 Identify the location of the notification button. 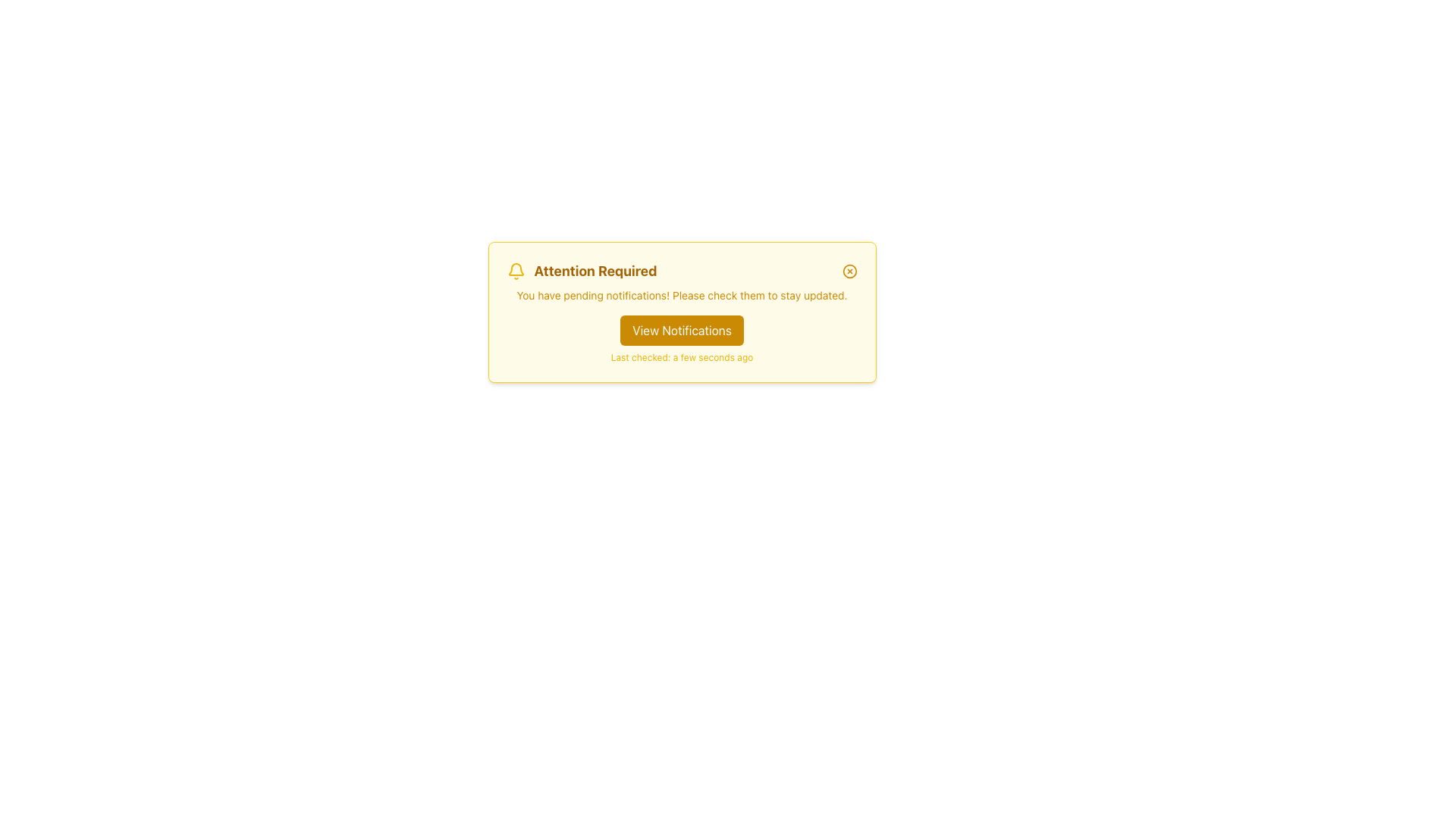
(681, 329).